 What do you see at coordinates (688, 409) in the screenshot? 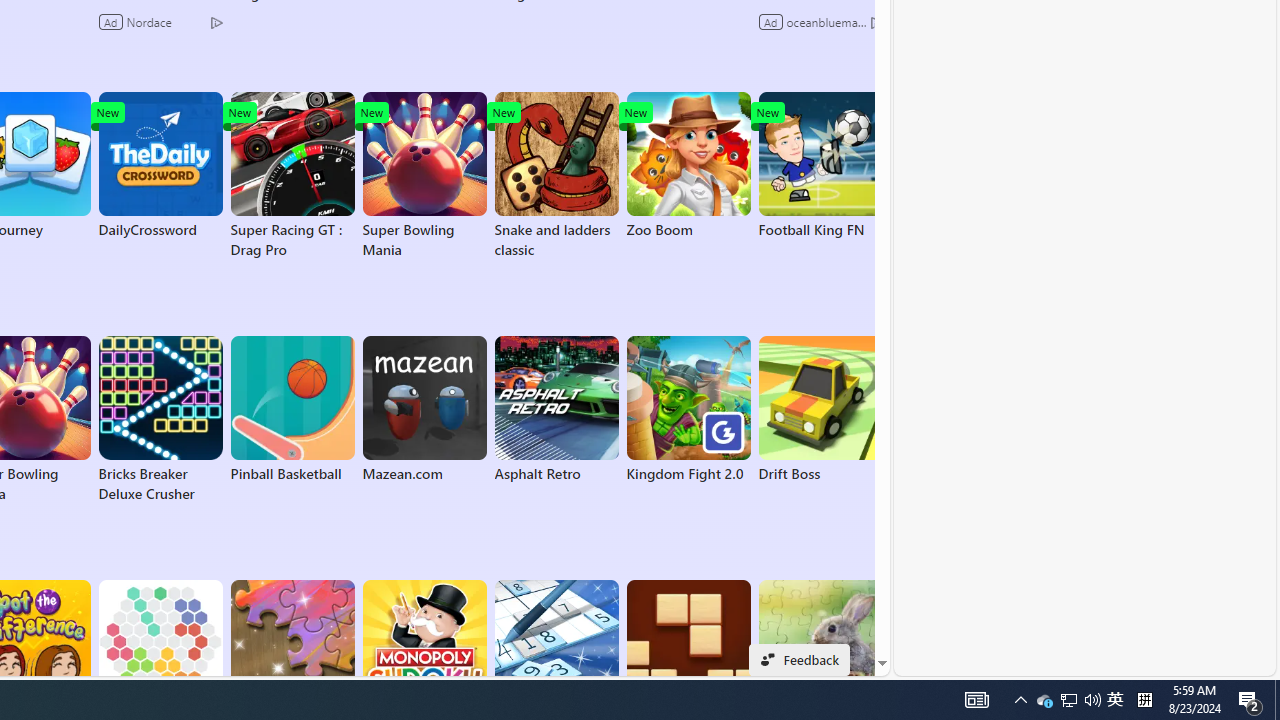
I see `'Kingdom Fight 2.0'` at bounding box center [688, 409].